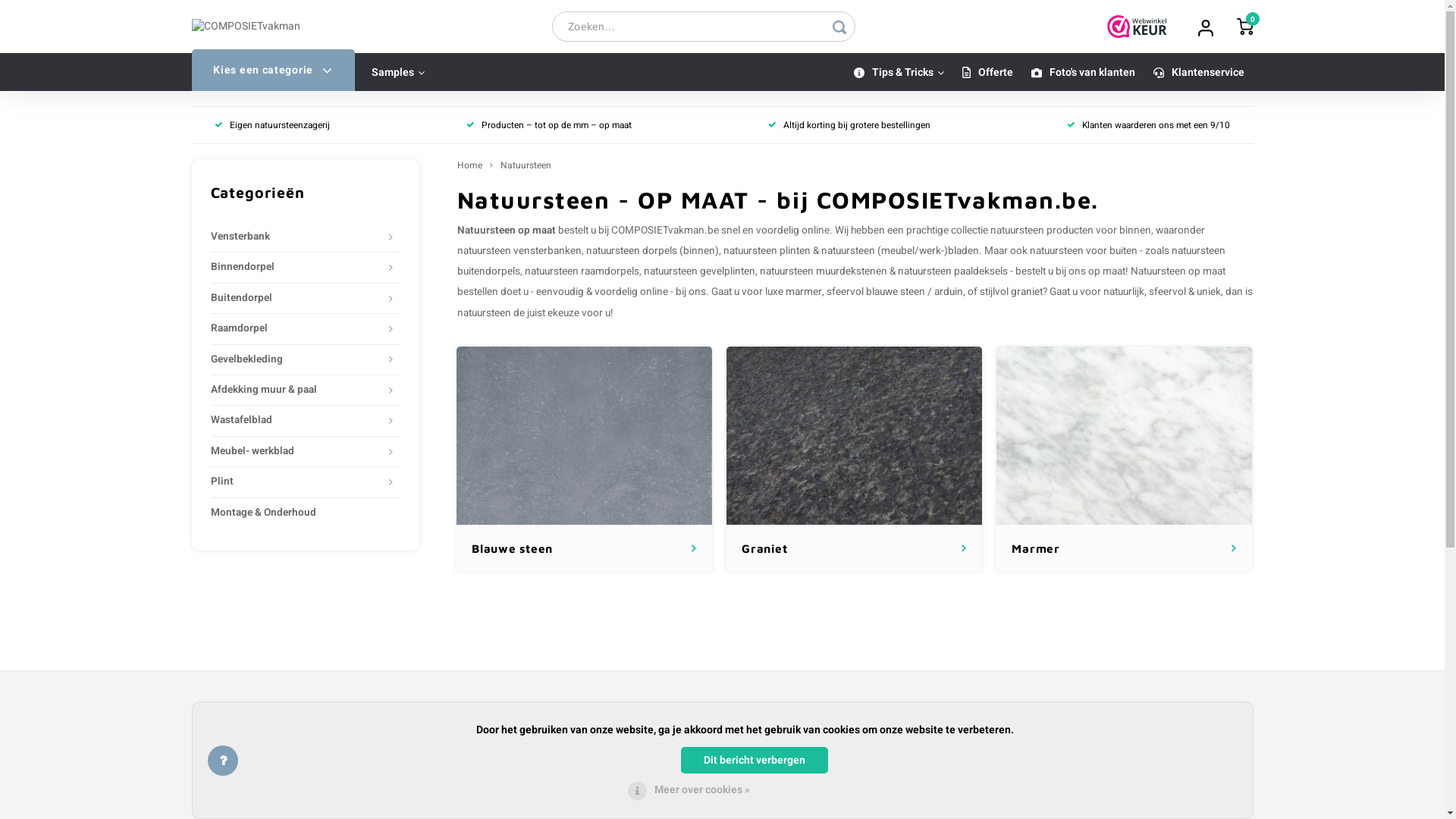  I want to click on 'natuursteen plinten', so click(767, 250).